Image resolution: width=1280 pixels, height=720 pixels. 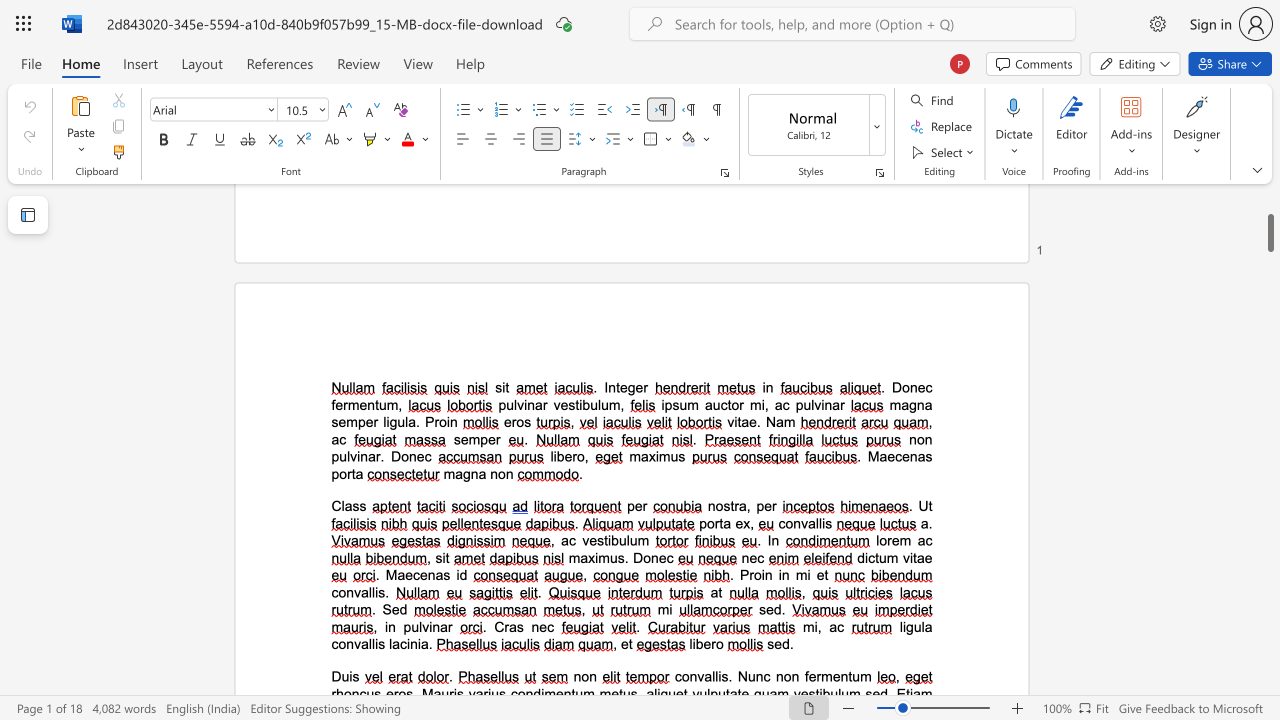 I want to click on the 1th character "o" in the text, so click(x=788, y=522).